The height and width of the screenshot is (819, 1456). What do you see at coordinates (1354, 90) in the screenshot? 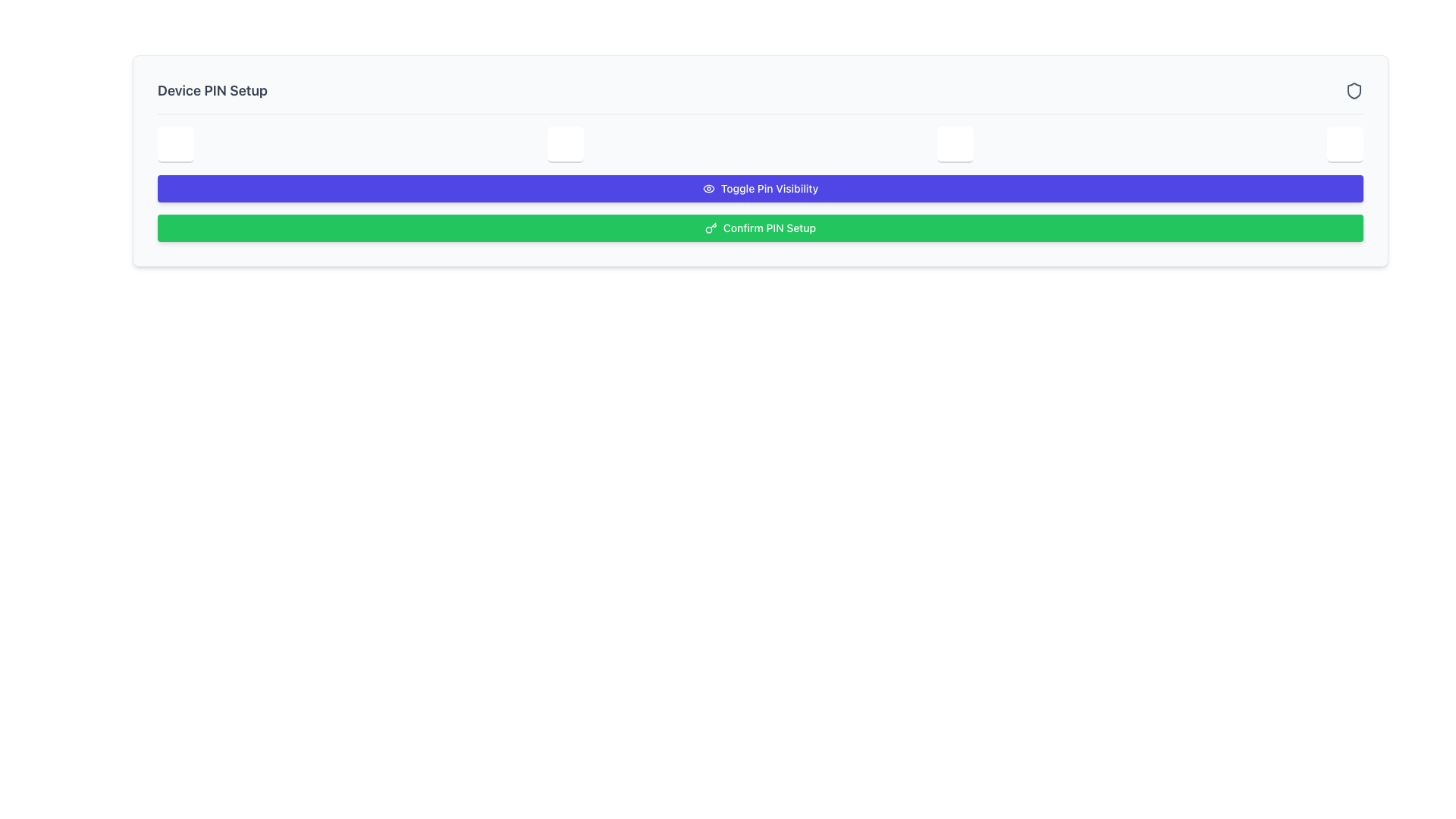
I see `the shield-shaped icon located in the upper-right corner of the interface, which is part of the toolbar or header` at bounding box center [1354, 90].